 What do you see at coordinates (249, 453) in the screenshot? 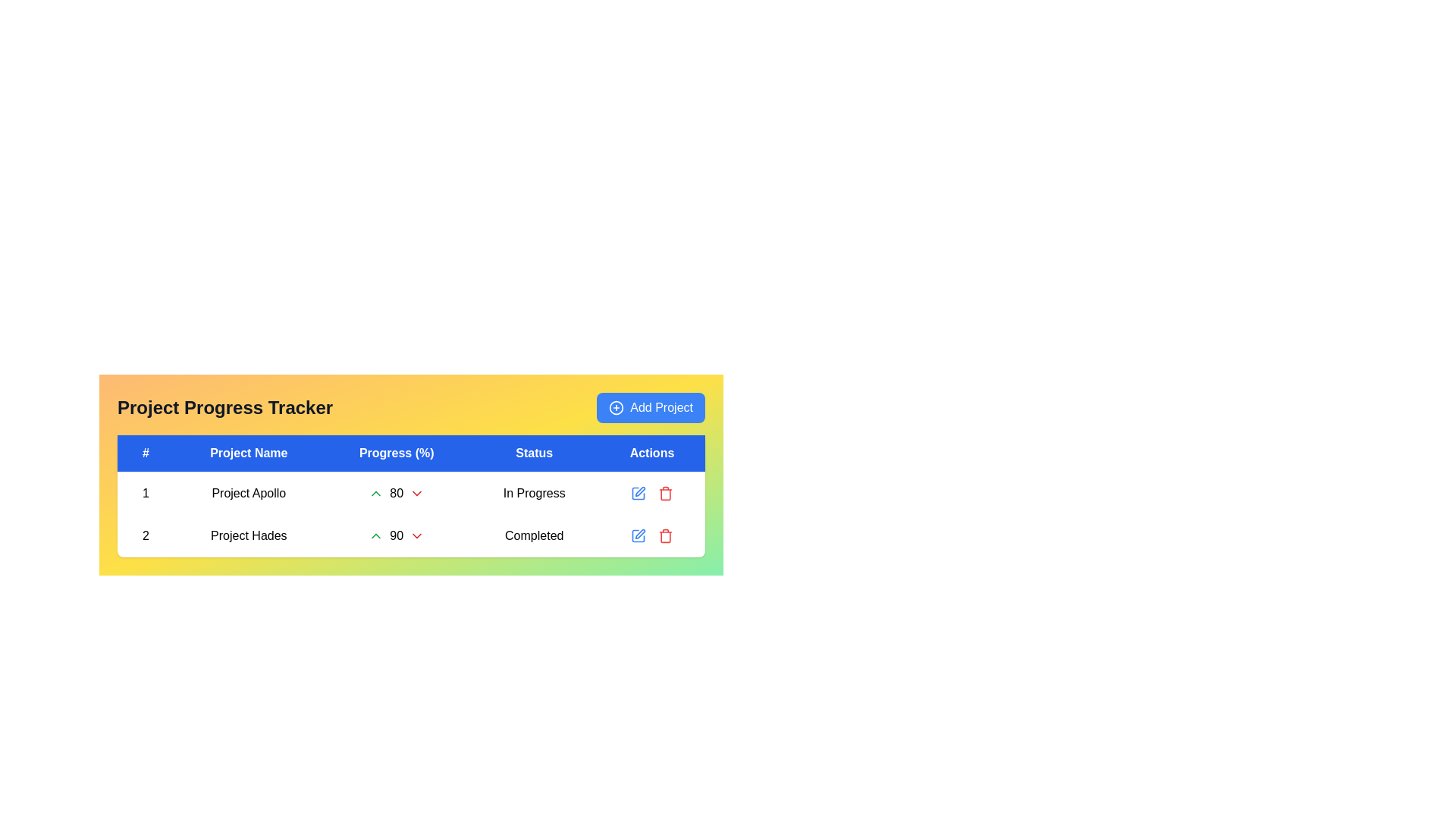
I see `the Table Header Cell labeled 'Project Name', which is a blue rectangular cell with white text, centrally aligned in the header row of the table` at bounding box center [249, 453].